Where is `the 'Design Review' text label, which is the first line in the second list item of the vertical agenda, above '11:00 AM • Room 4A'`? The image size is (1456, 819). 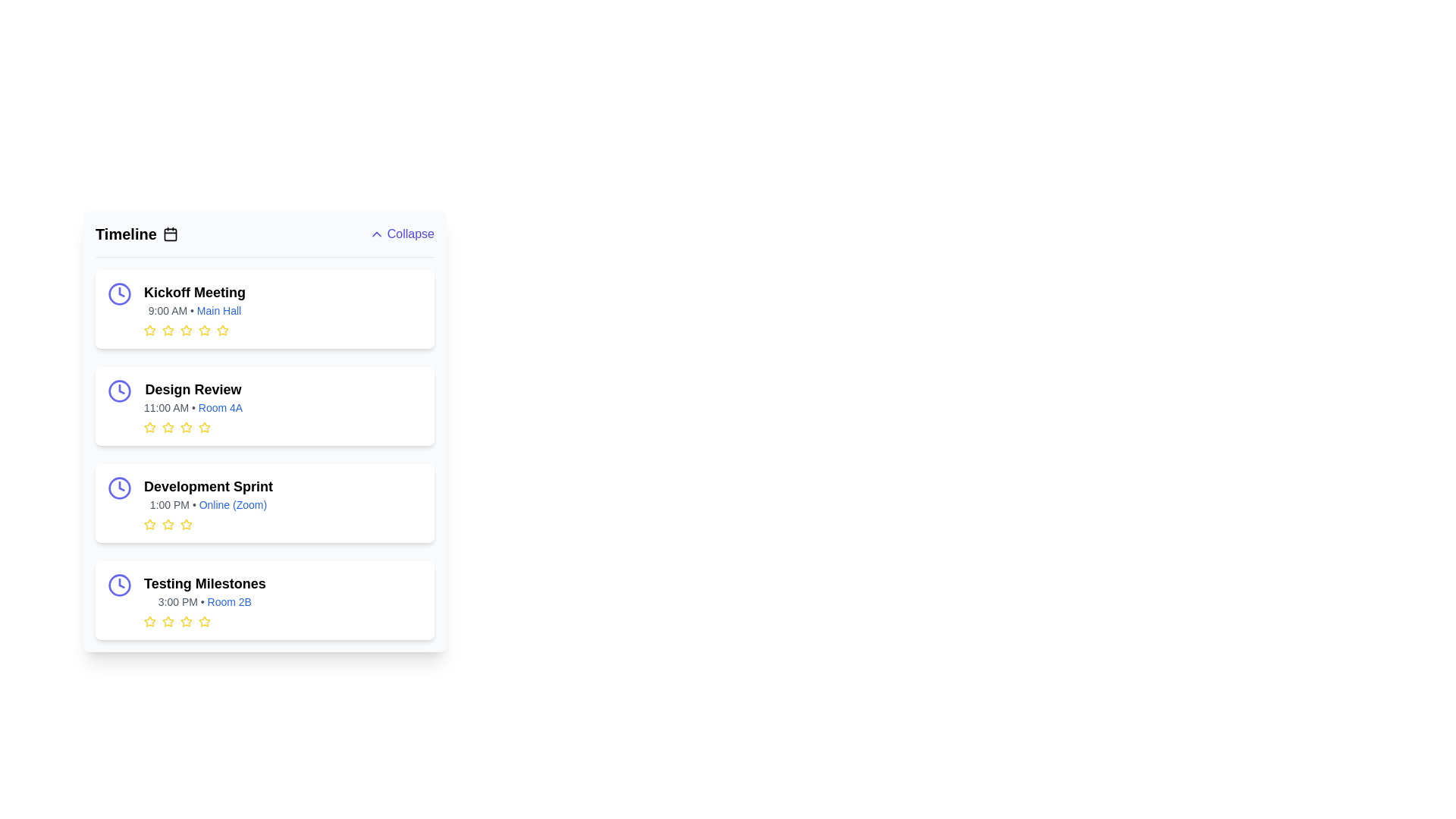
the 'Design Review' text label, which is the first line in the second list item of the vertical agenda, above '11:00 AM • Room 4A' is located at coordinates (193, 388).